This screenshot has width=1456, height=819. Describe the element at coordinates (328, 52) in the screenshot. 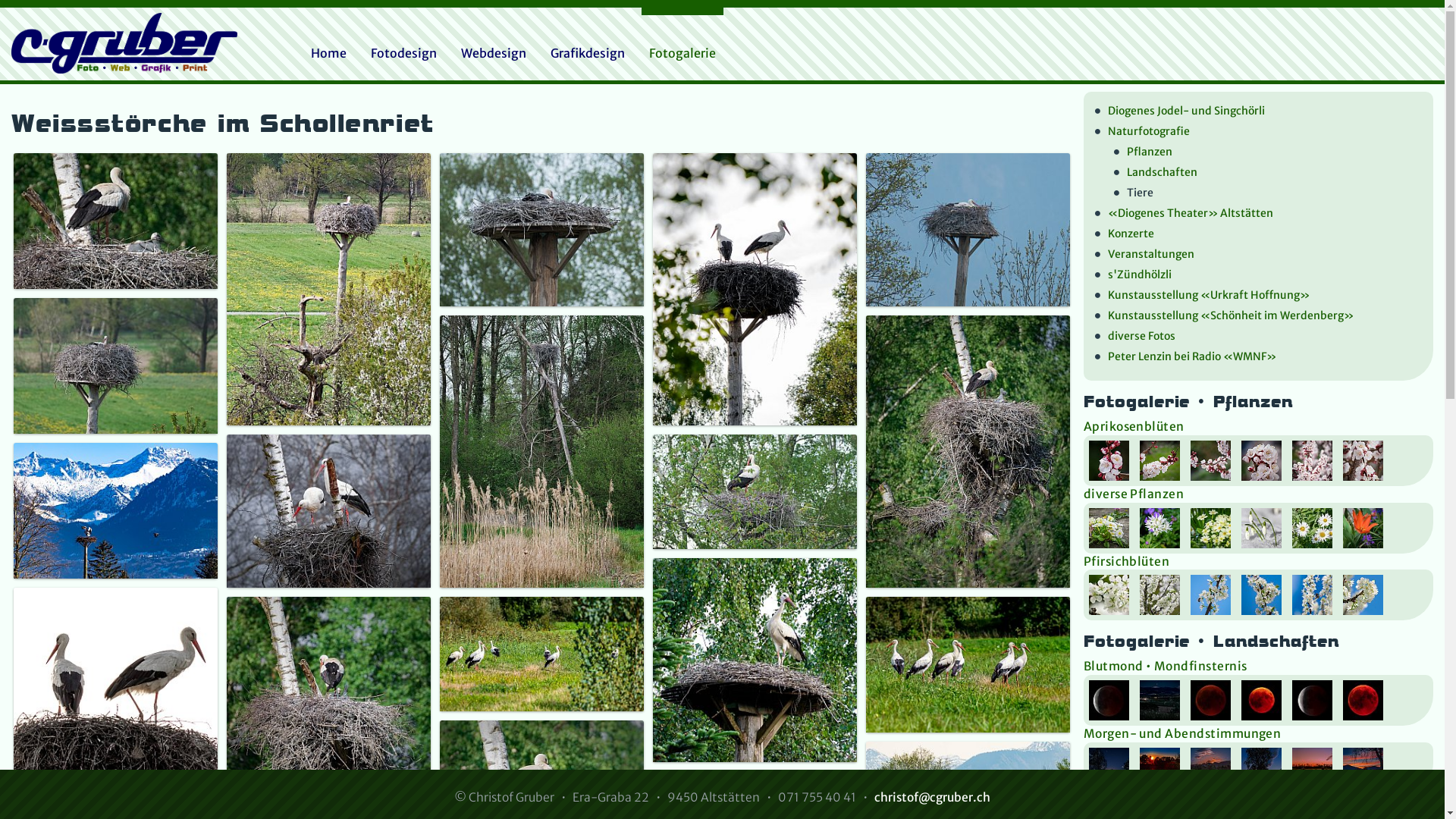

I see `'Home'` at that location.